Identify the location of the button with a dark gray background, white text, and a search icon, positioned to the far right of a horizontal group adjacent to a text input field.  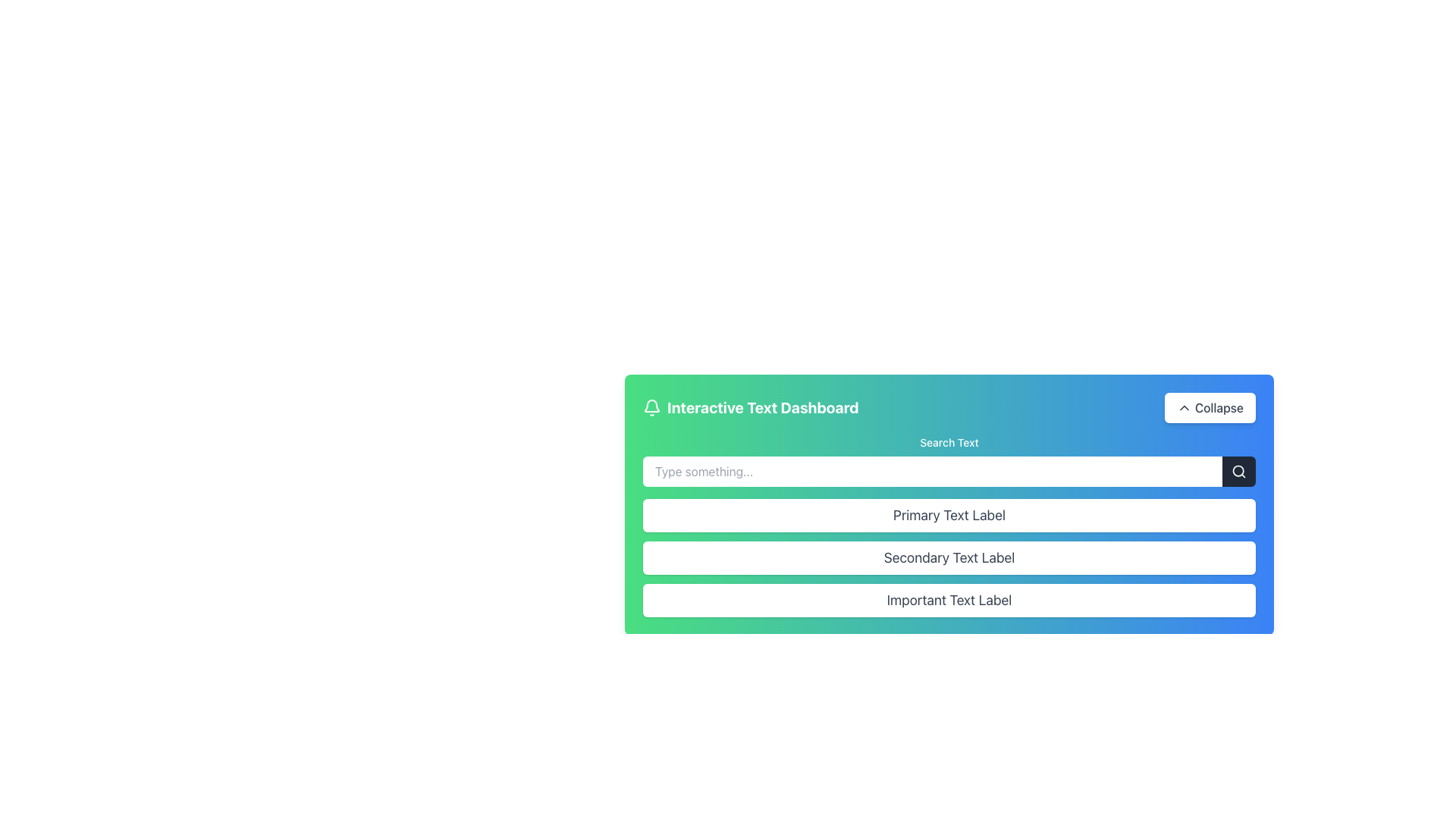
(1238, 470).